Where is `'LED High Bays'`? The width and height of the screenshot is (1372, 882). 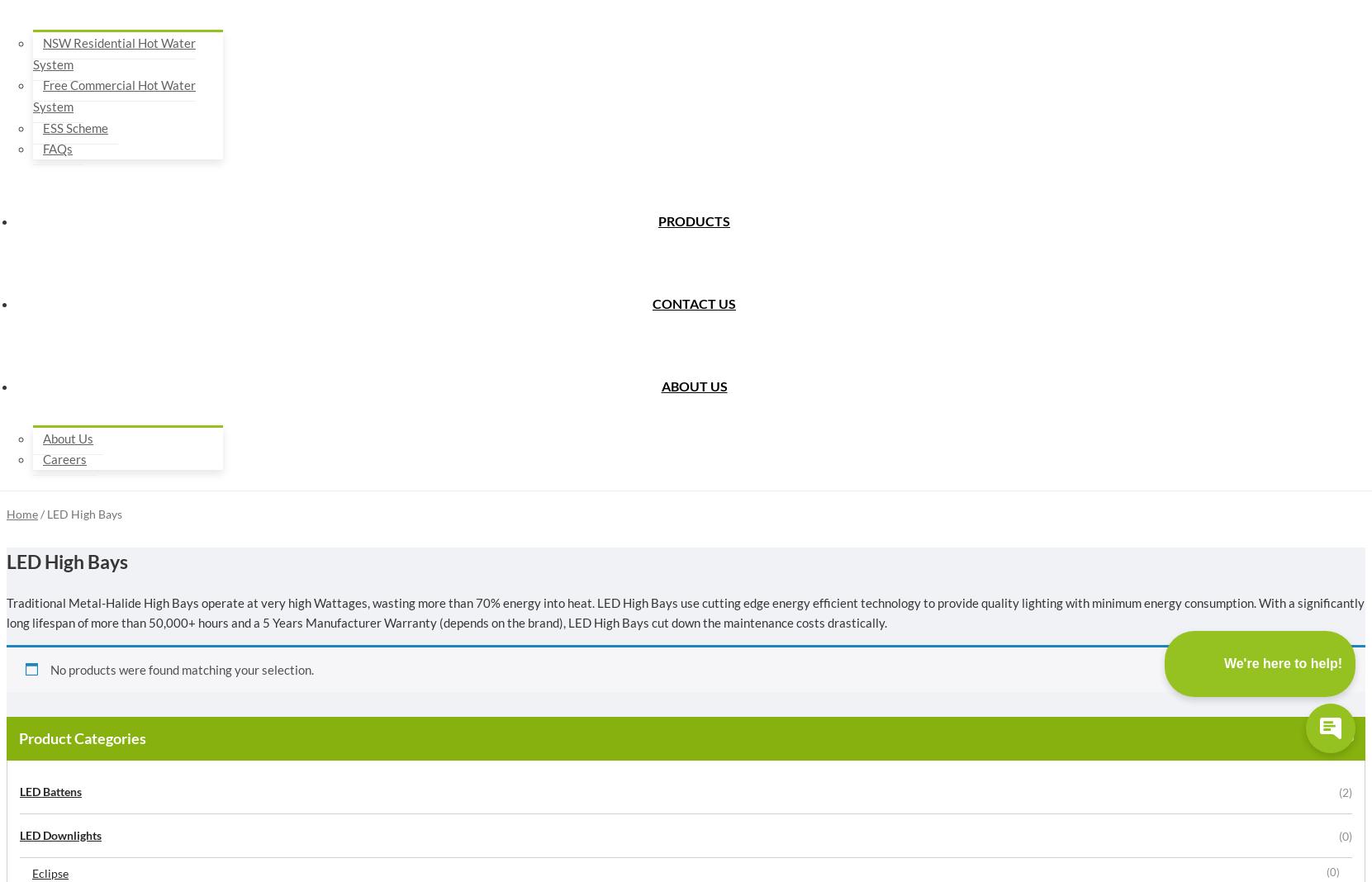 'LED High Bays' is located at coordinates (66, 562).